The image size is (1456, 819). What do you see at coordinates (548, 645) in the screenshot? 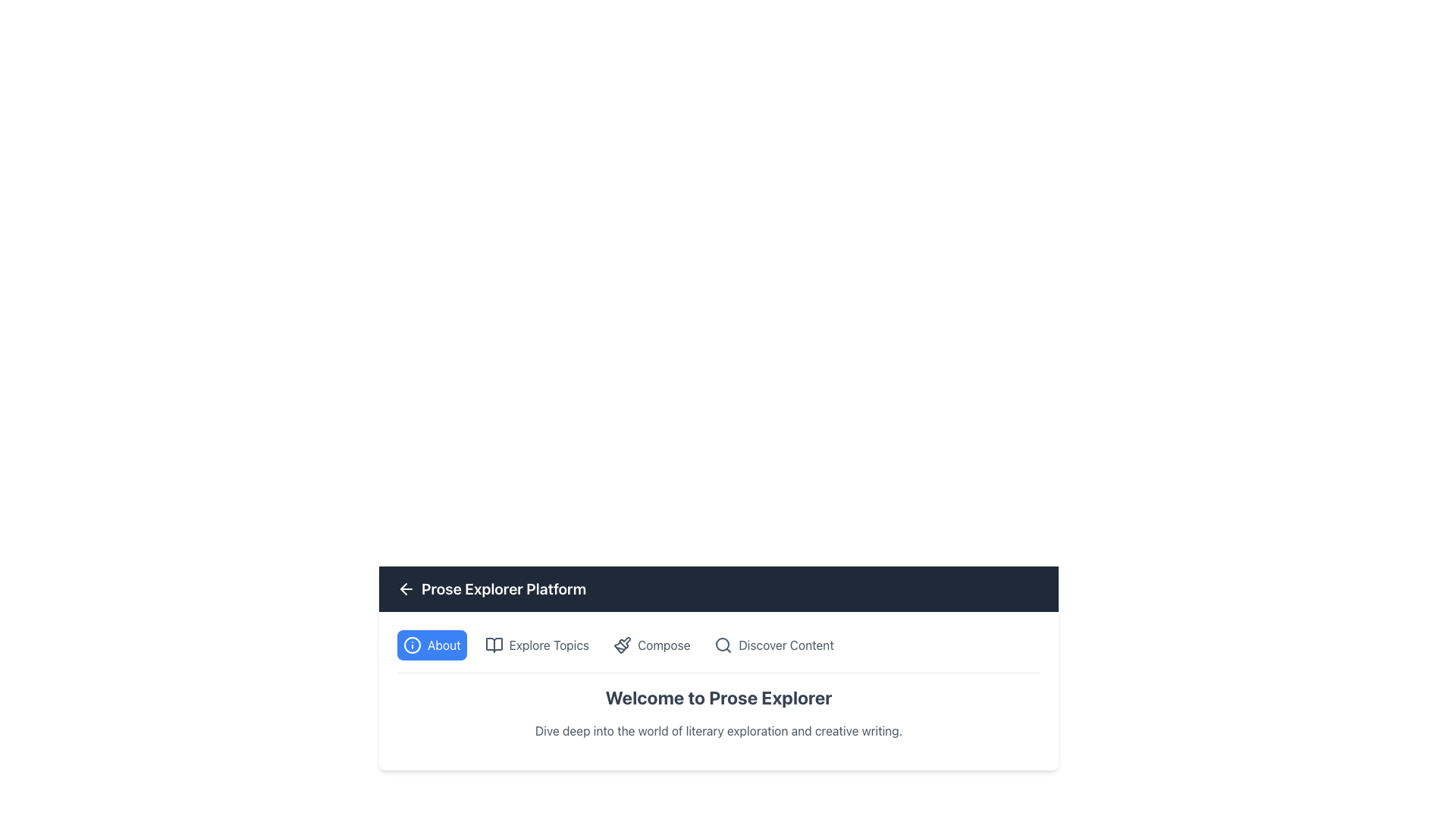
I see `the text label 'Explore Topics' which is styled with a sans-serif font and located in the horizontal navigation bar, positioned to the right of an open book icon` at bounding box center [548, 645].